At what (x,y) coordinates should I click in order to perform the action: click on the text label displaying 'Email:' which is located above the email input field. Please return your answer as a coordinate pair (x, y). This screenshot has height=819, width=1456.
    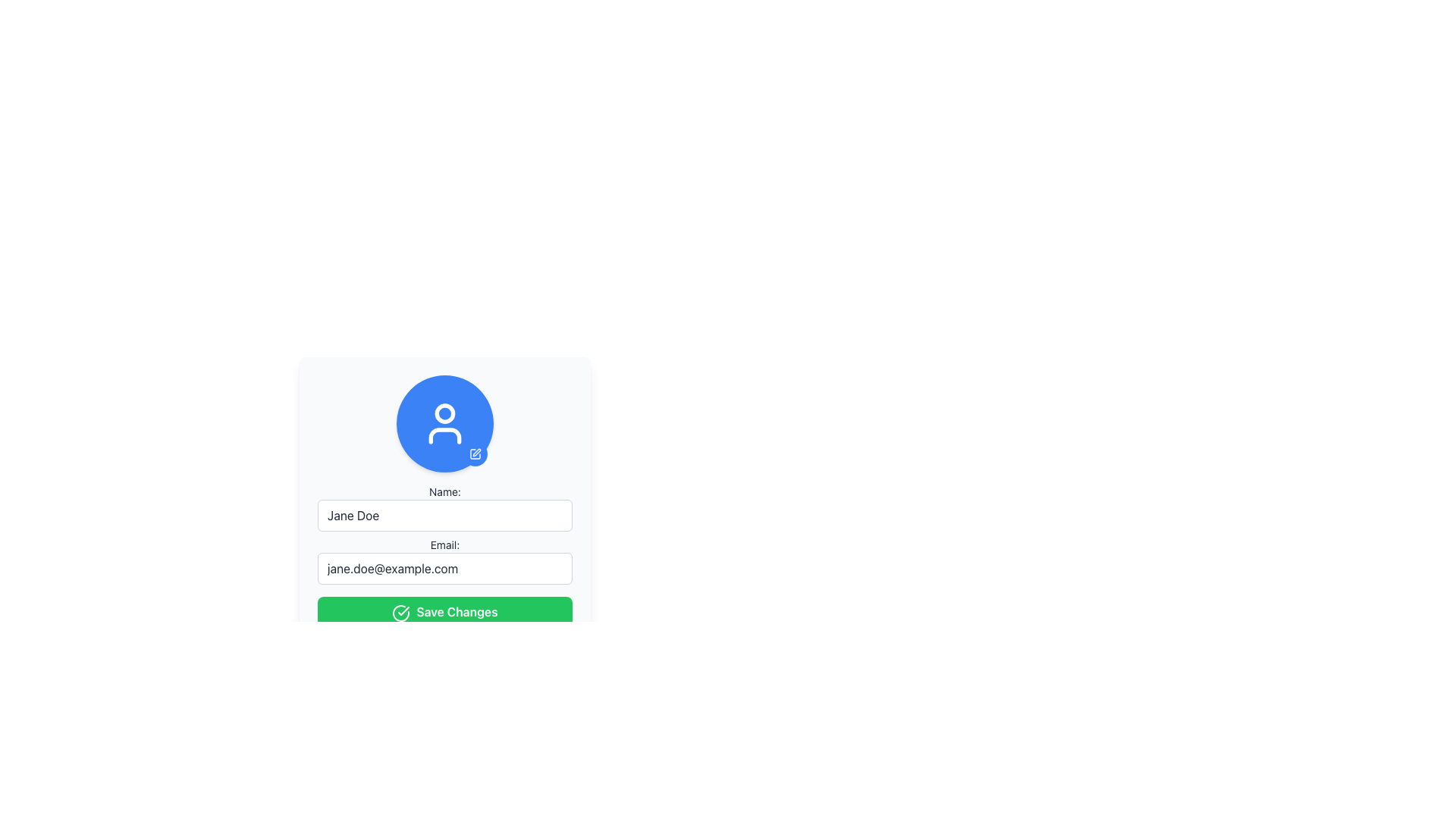
    Looking at the image, I should click on (444, 544).